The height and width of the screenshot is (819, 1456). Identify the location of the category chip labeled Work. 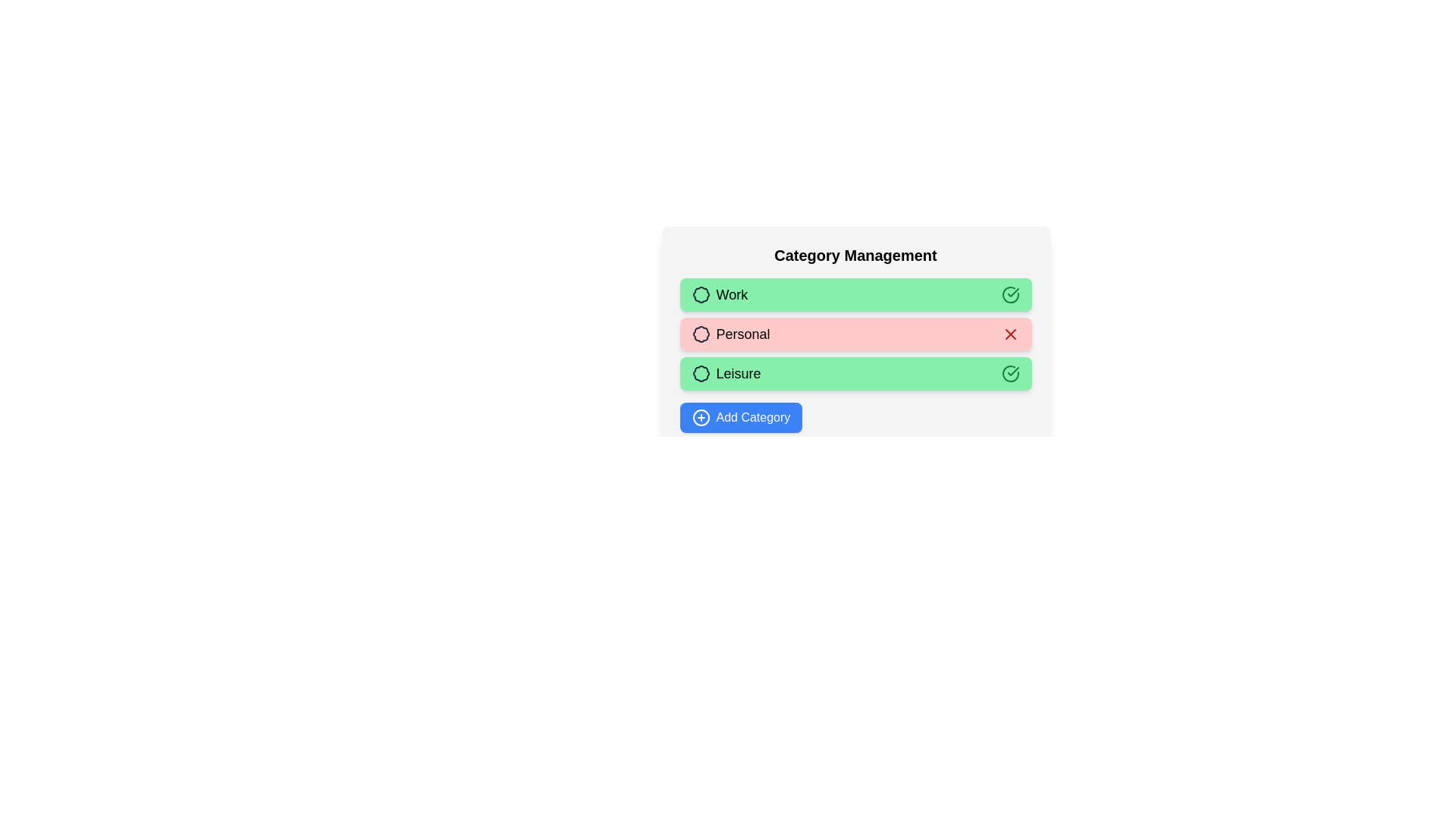
(855, 295).